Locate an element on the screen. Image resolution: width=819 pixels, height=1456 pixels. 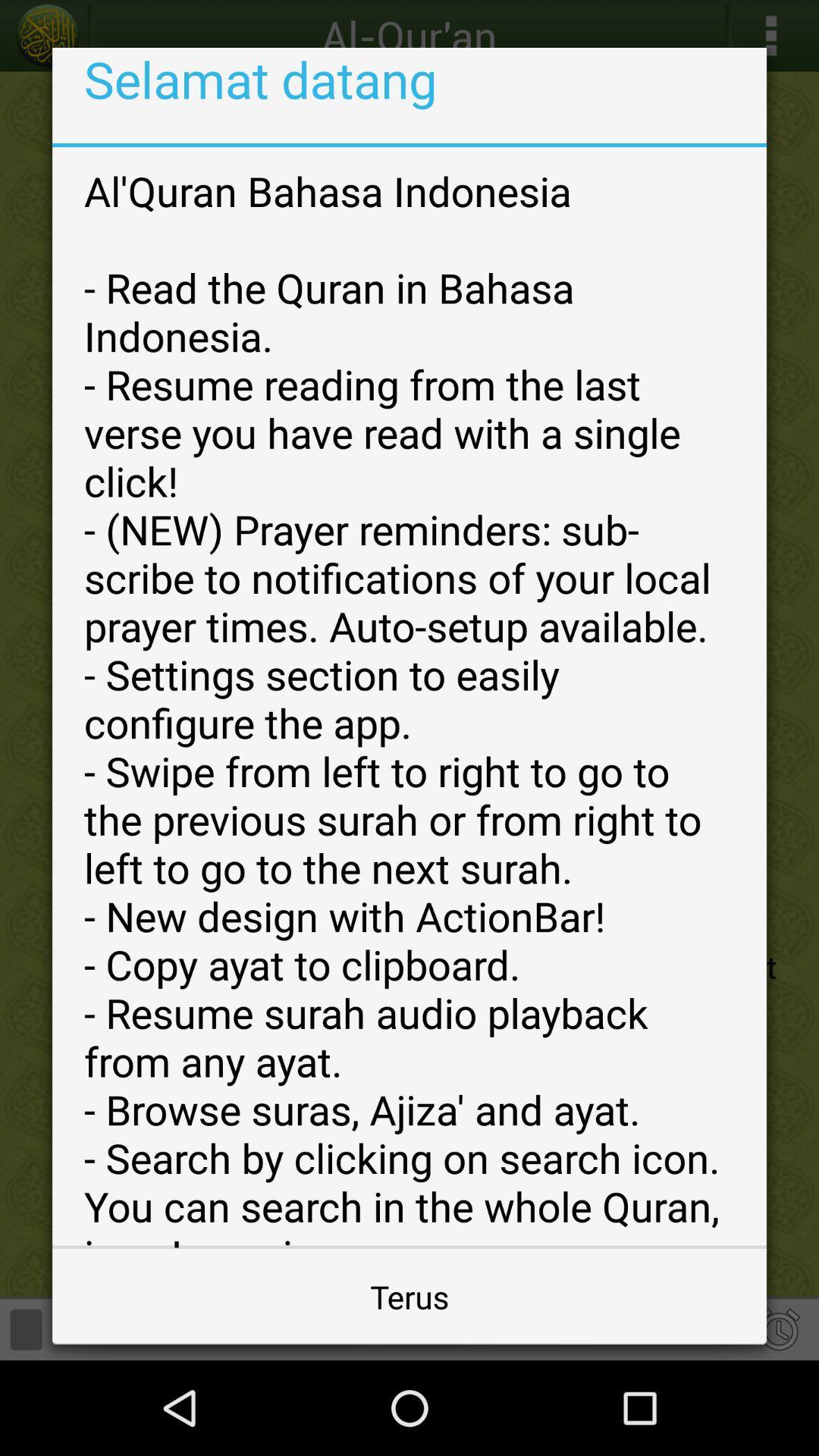
app below the al quran bahasa app is located at coordinates (409, 1295).